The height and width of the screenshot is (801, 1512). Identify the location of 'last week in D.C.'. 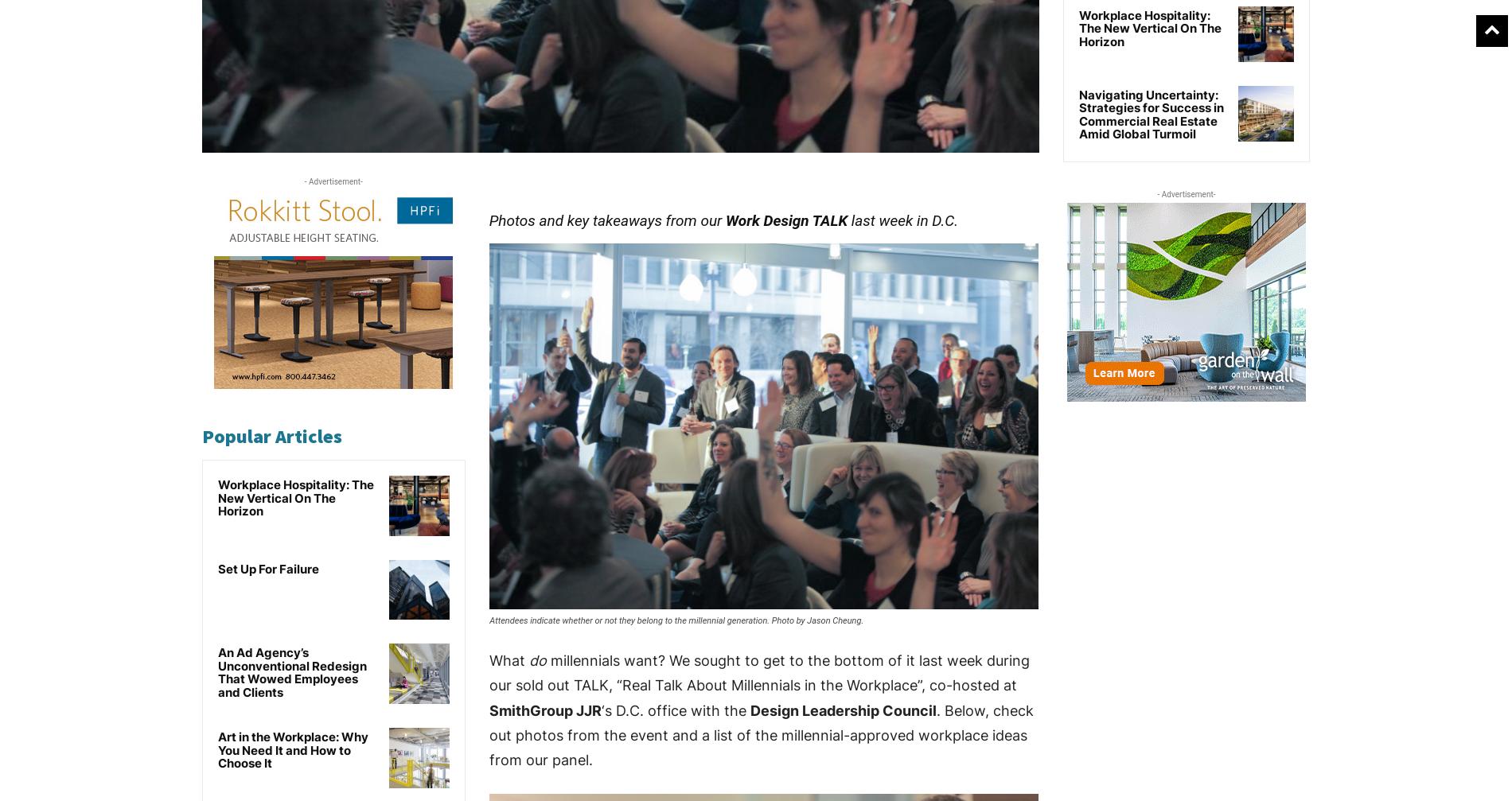
(902, 220).